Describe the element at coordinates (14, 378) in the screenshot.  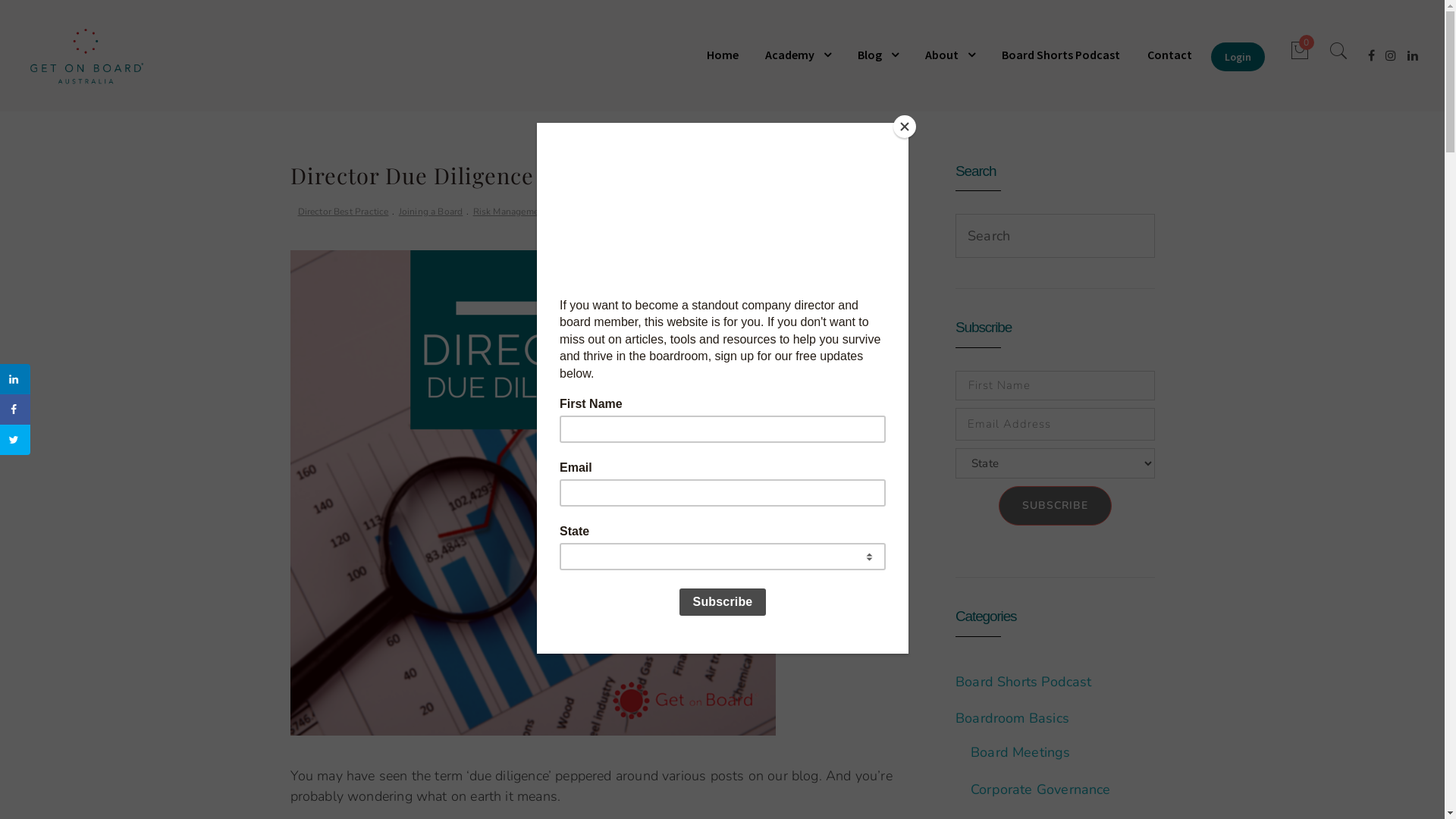
I see `'Share on LinkedIn'` at that location.